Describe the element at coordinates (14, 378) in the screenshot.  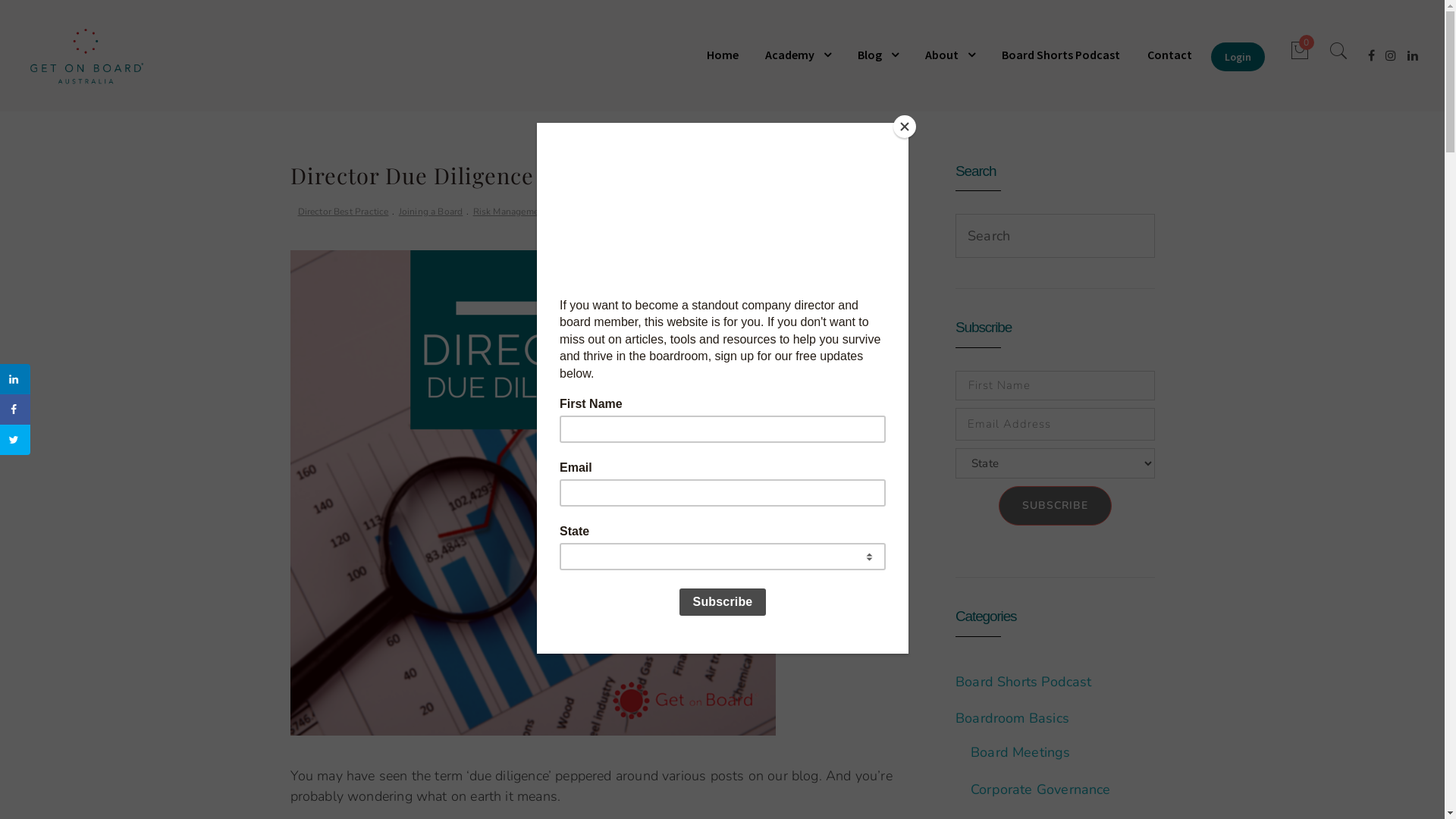
I see `'Share on LinkedIn'` at that location.